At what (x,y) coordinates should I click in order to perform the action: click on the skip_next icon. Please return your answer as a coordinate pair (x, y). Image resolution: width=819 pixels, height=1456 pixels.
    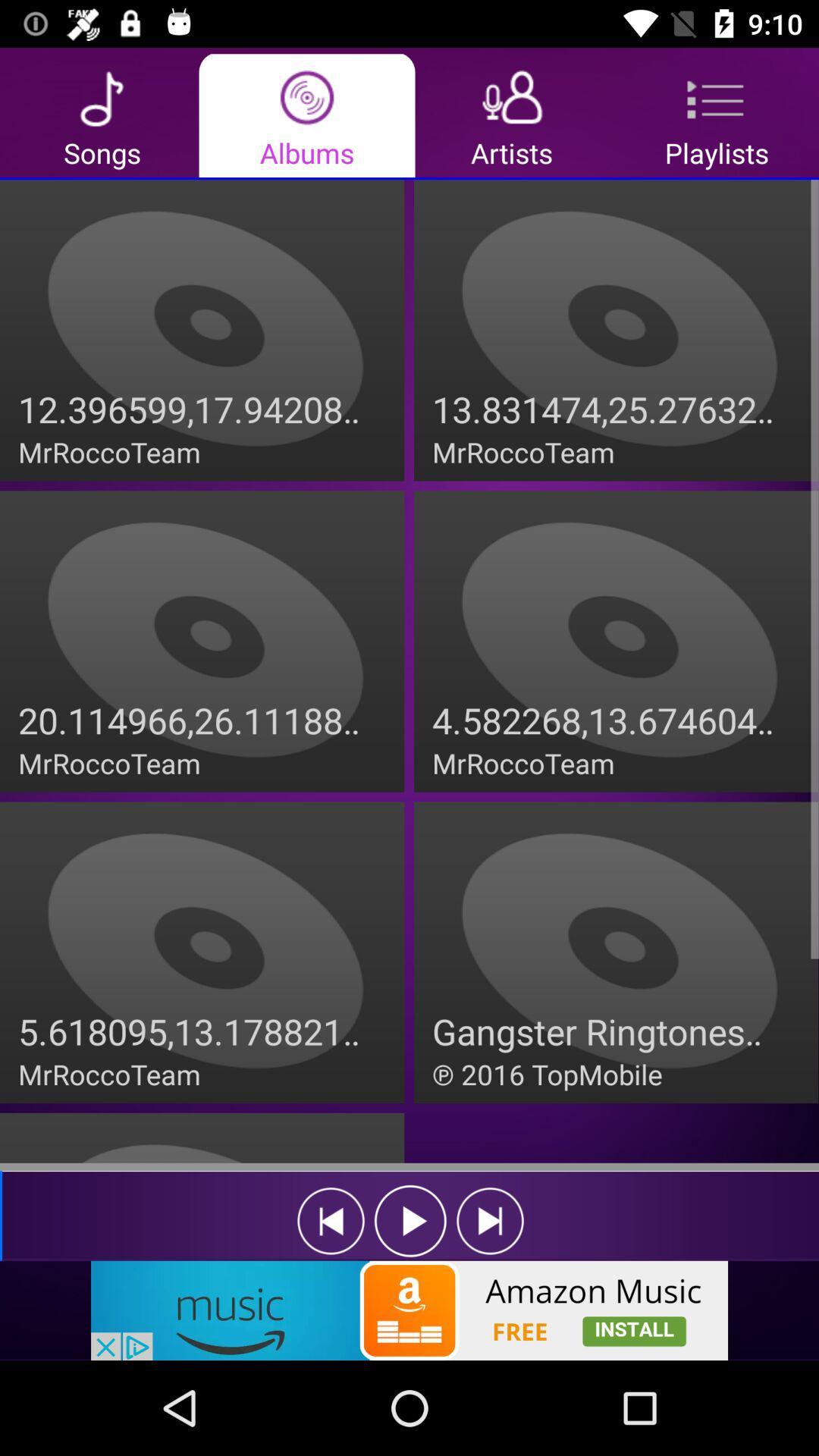
    Looking at the image, I should click on (490, 1221).